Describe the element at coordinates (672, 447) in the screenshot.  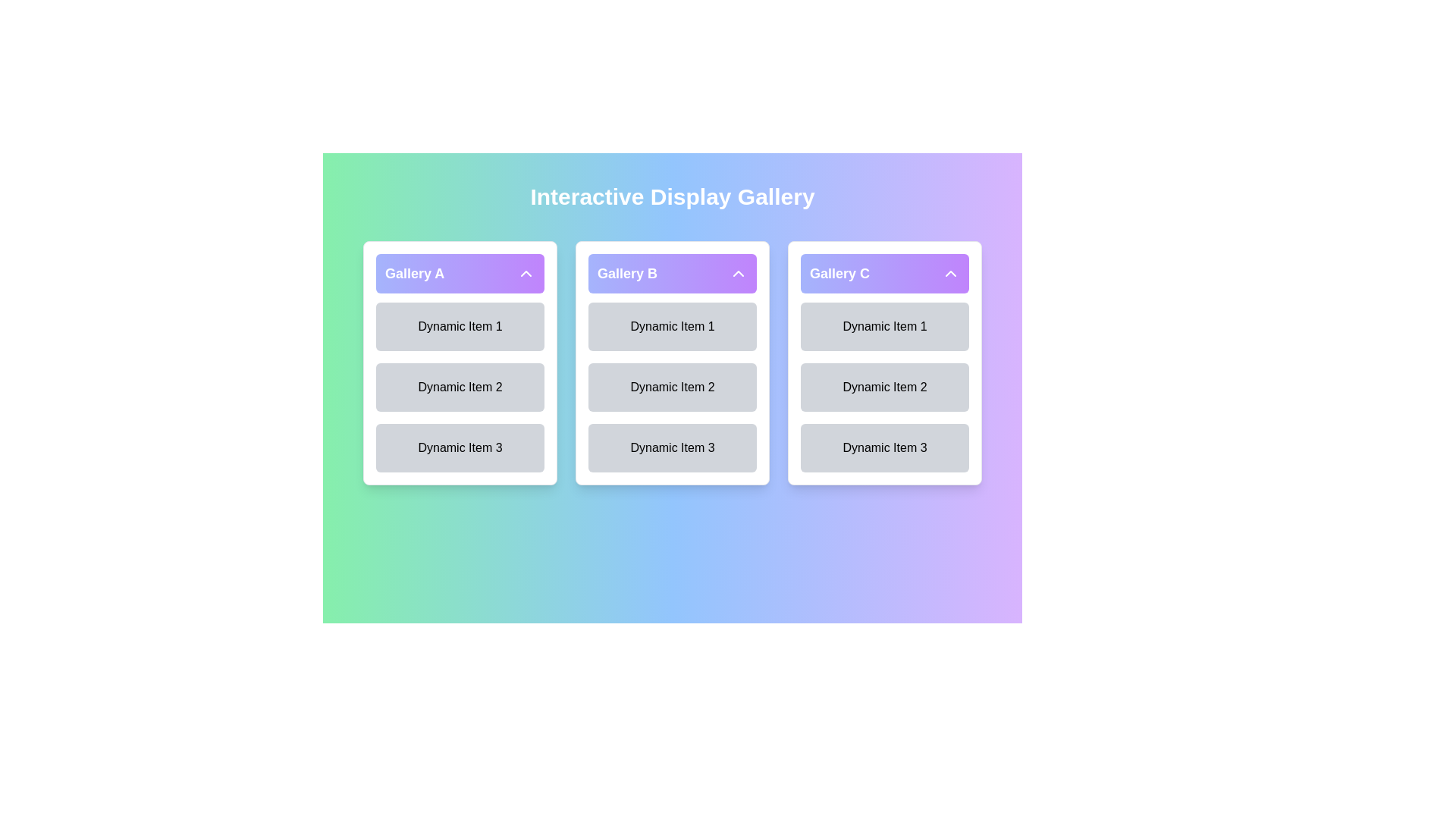
I see `the gray button labeled 'Dynamic Item 3'` at that location.